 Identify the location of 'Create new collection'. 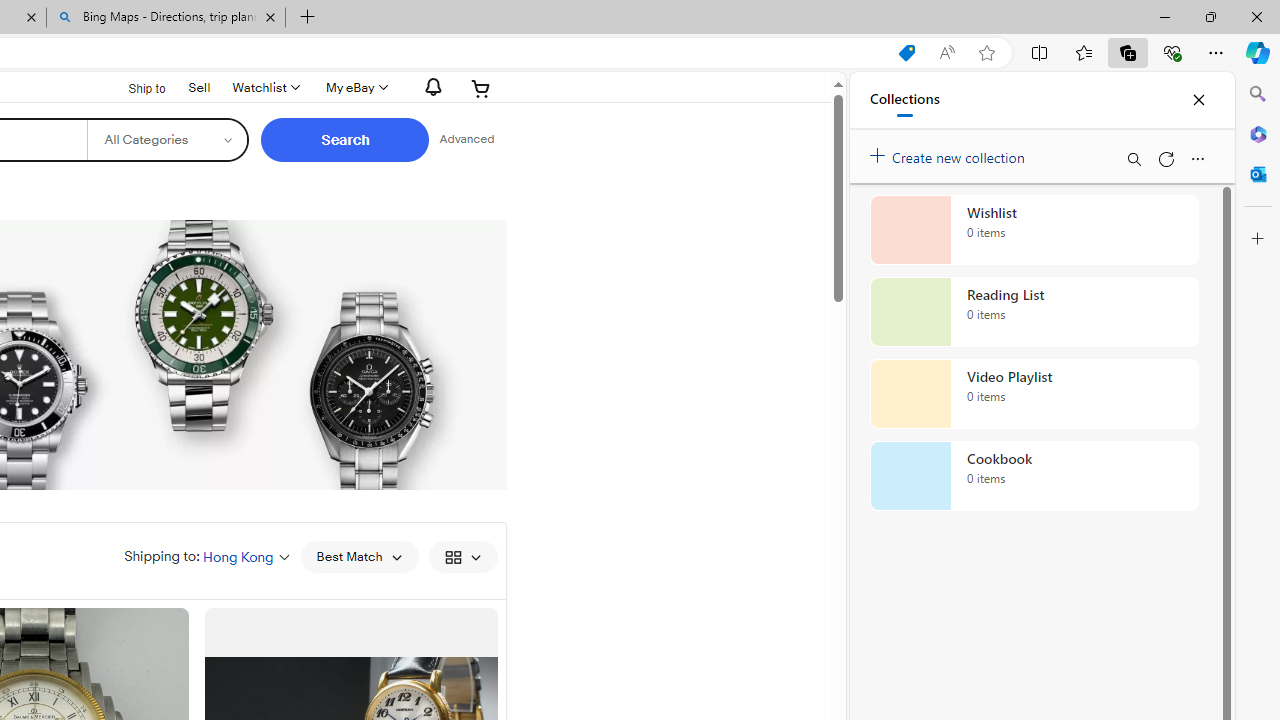
(950, 152).